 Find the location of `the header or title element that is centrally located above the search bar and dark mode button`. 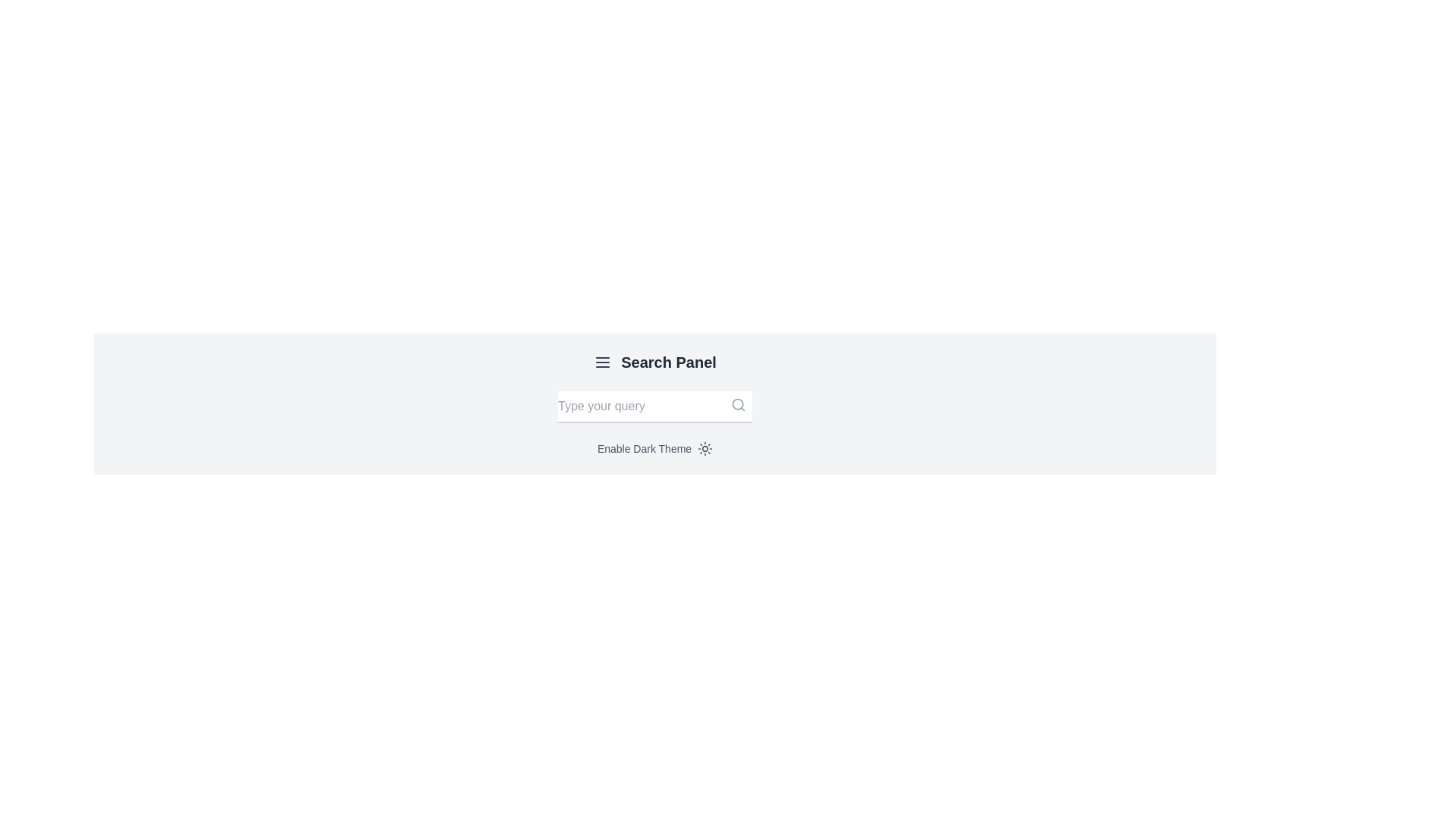

the header or title element that is centrally located above the search bar and dark mode button is located at coordinates (655, 362).